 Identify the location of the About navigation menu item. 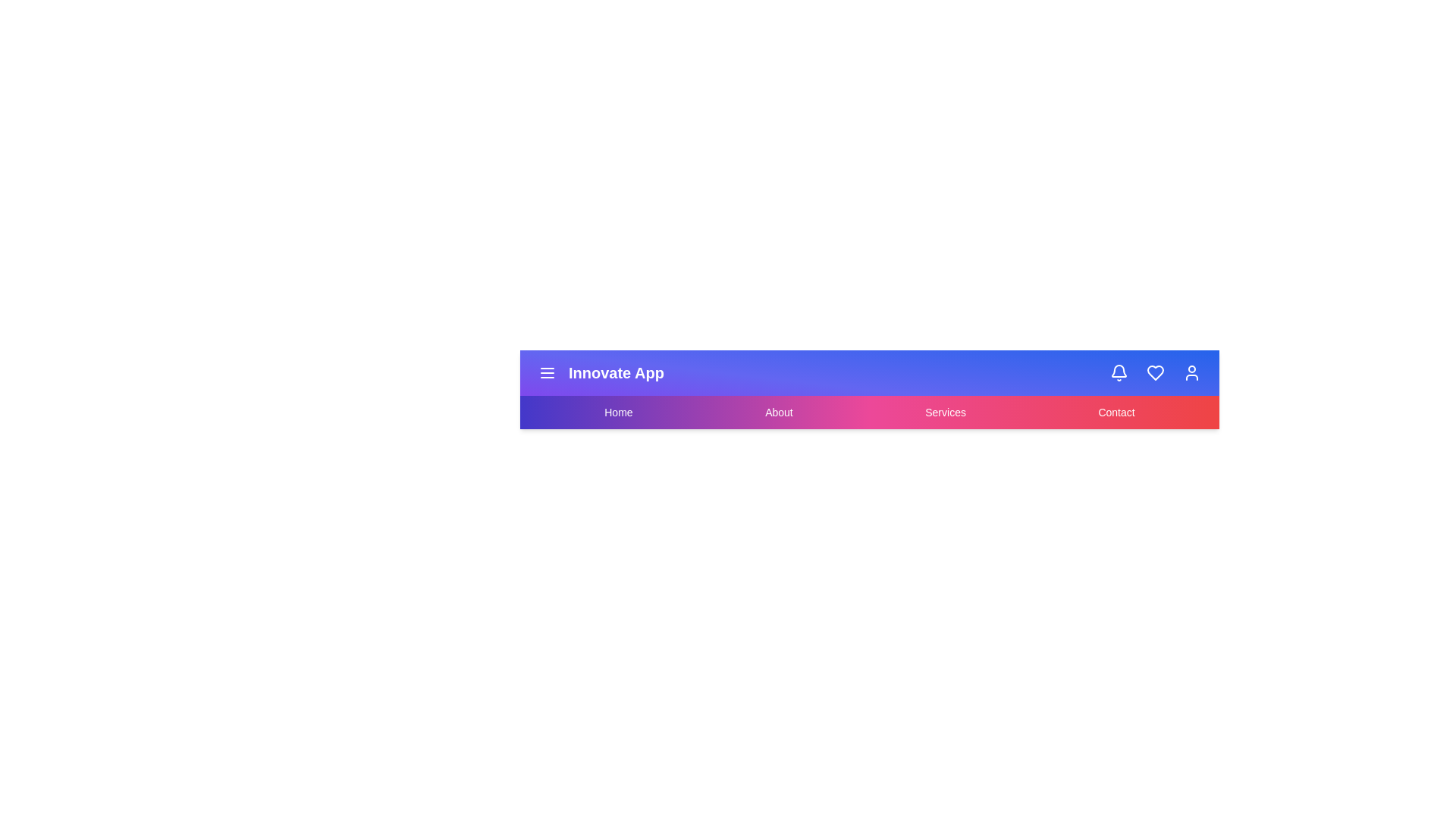
(779, 412).